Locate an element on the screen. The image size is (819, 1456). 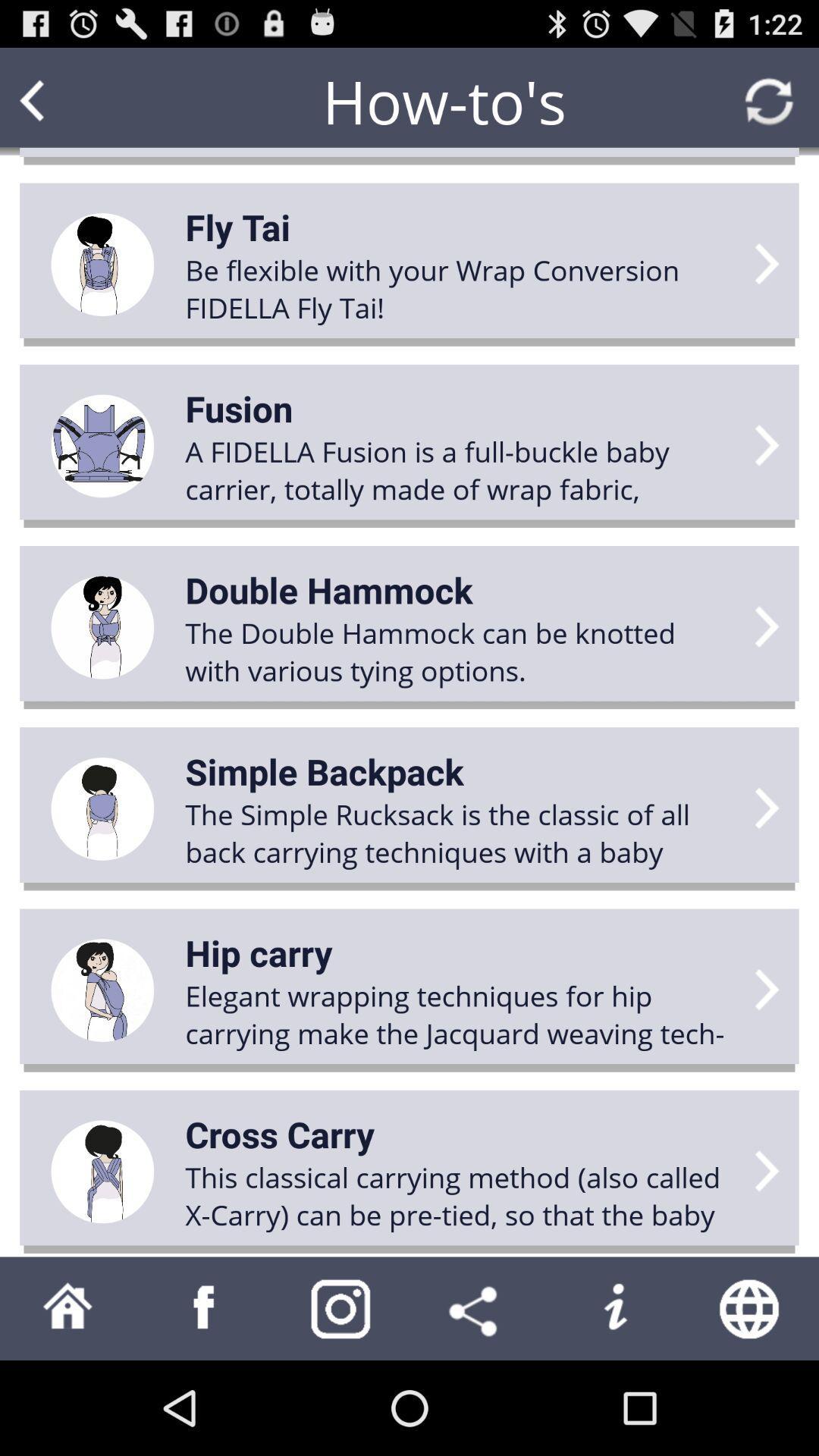
open information menu is located at coordinates (614, 1307).